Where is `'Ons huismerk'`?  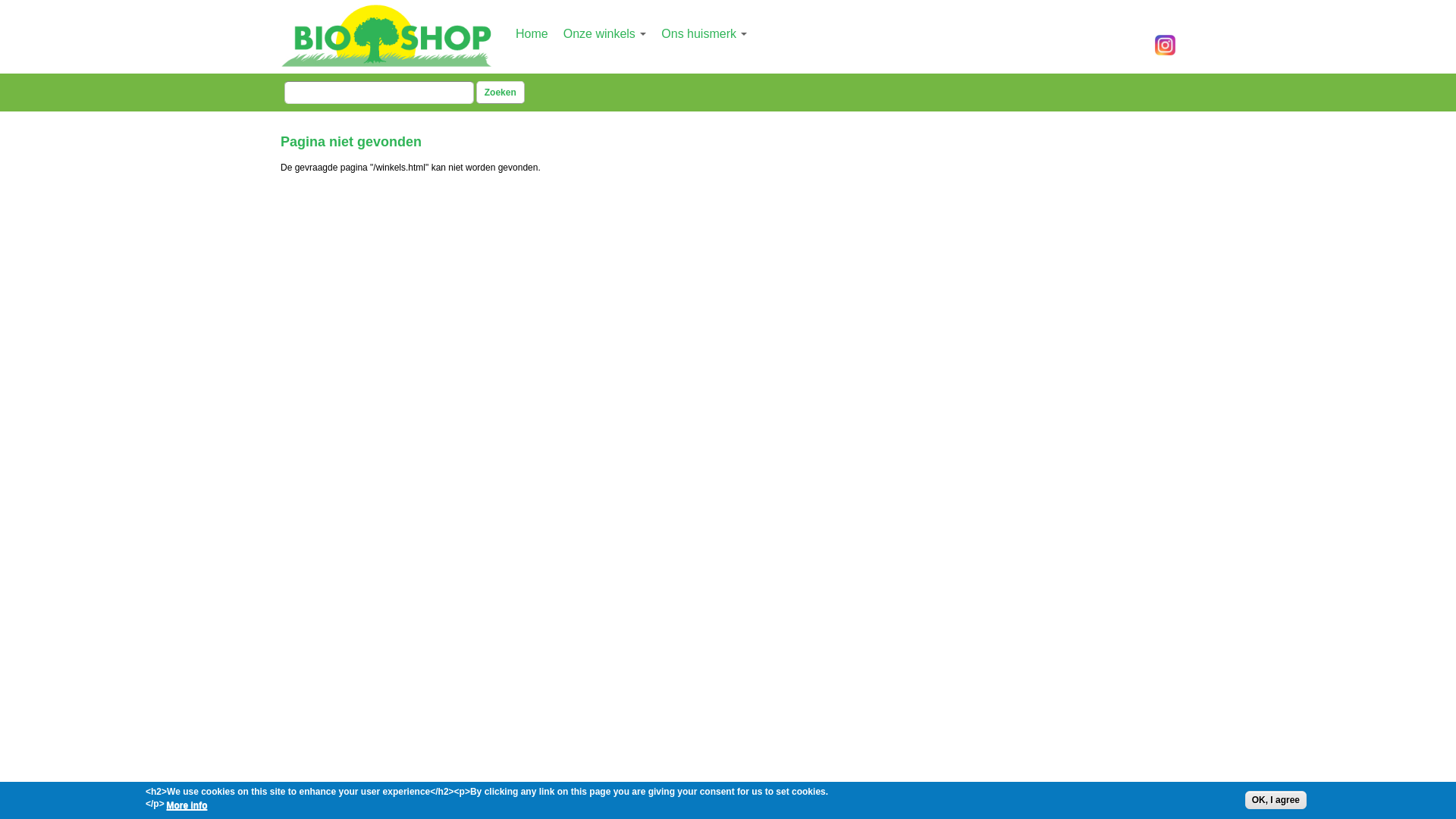
'Ons huismerk' is located at coordinates (703, 33).